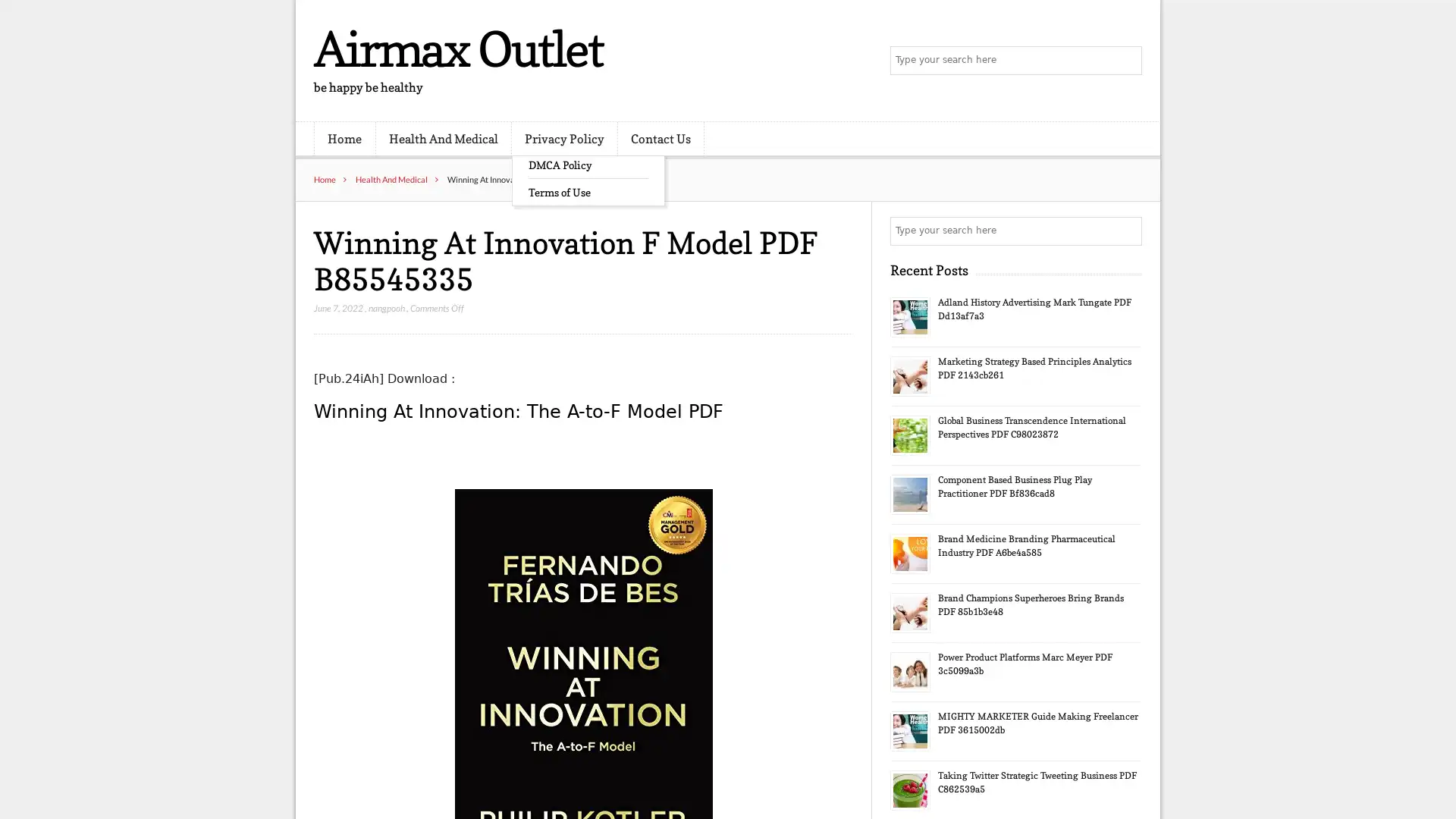 The image size is (1456, 819). I want to click on Search, so click(1126, 231).